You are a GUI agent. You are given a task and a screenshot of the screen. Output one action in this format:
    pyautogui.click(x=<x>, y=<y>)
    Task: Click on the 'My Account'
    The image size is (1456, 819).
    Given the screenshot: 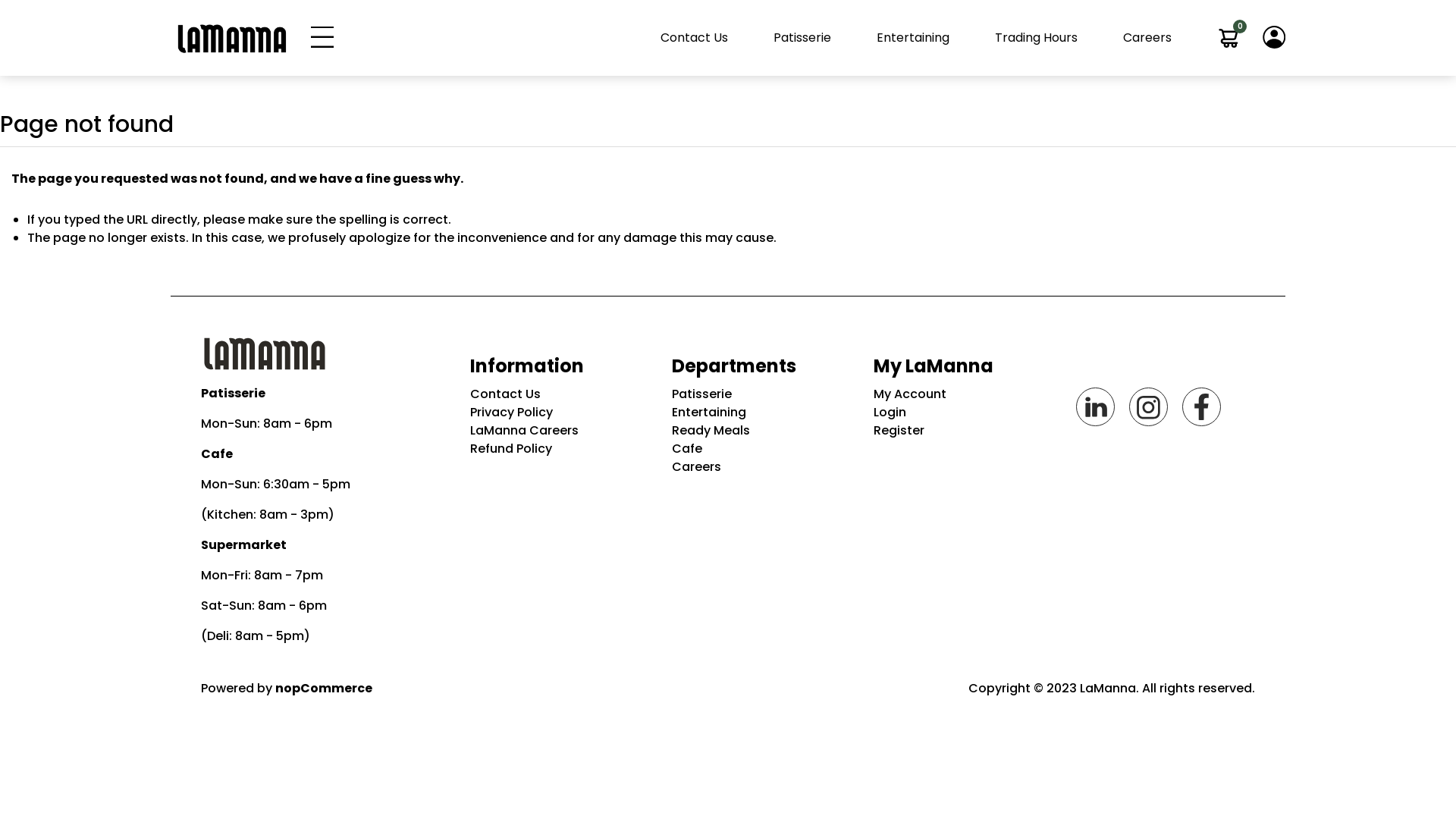 What is the action you would take?
    pyautogui.click(x=962, y=394)
    